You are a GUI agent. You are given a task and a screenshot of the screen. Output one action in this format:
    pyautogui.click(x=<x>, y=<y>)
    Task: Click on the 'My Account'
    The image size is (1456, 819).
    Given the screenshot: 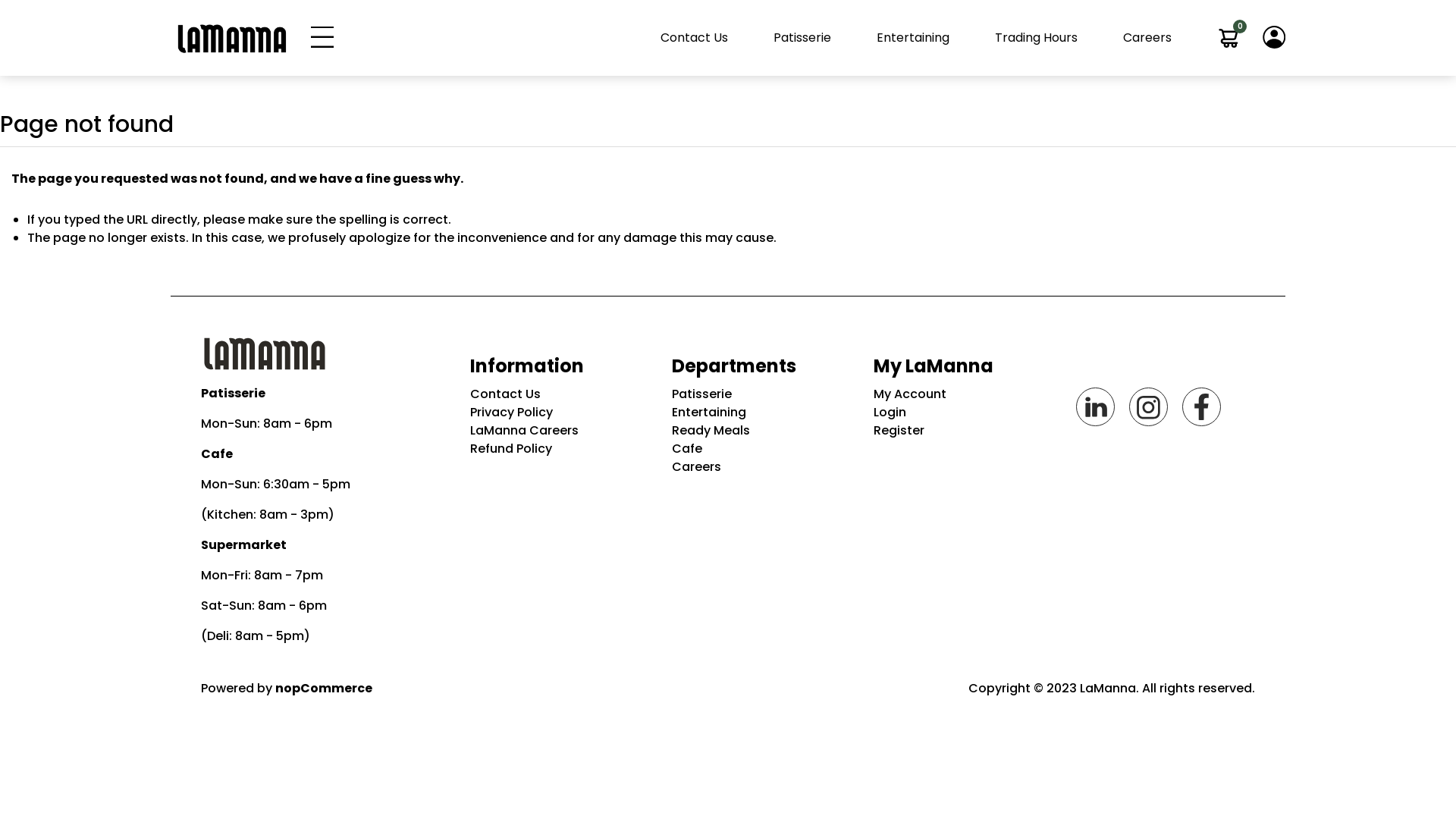 What is the action you would take?
    pyautogui.click(x=962, y=394)
    